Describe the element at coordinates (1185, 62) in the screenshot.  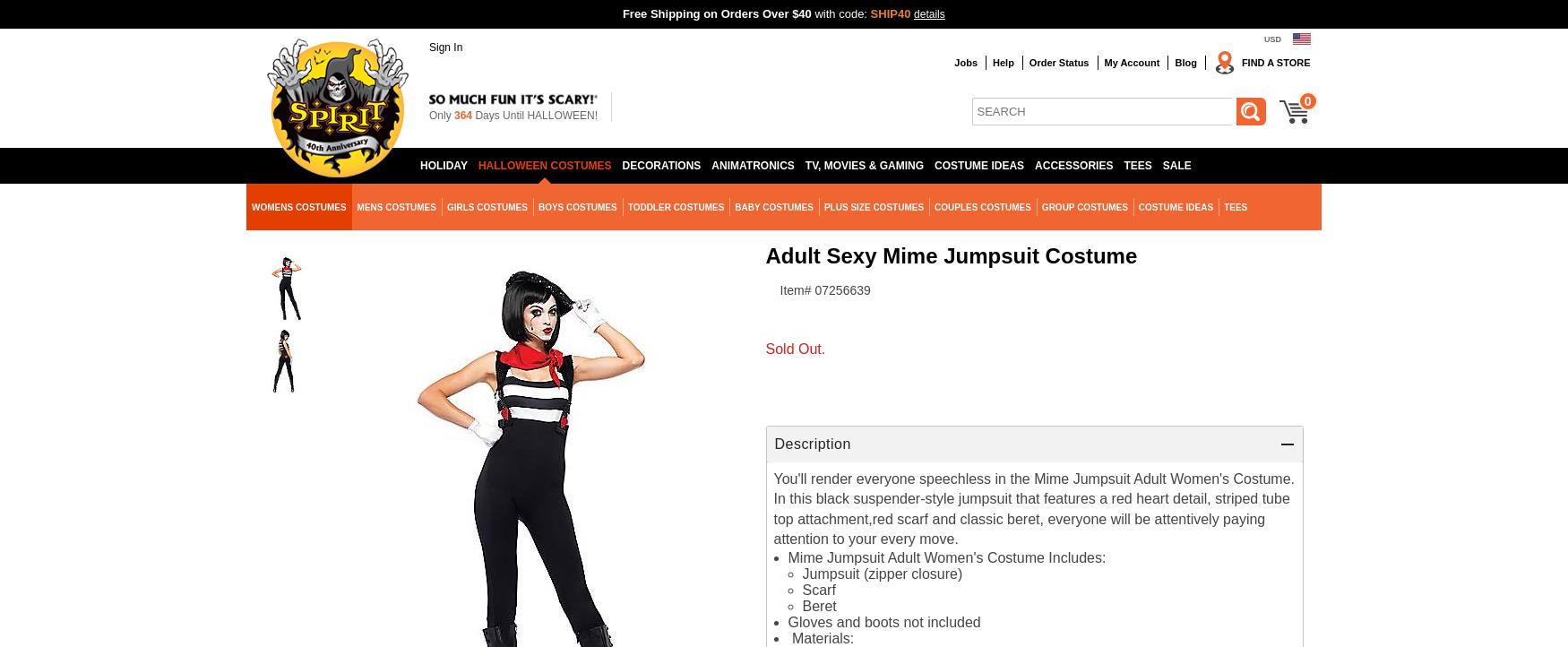
I see `'Blog'` at that location.